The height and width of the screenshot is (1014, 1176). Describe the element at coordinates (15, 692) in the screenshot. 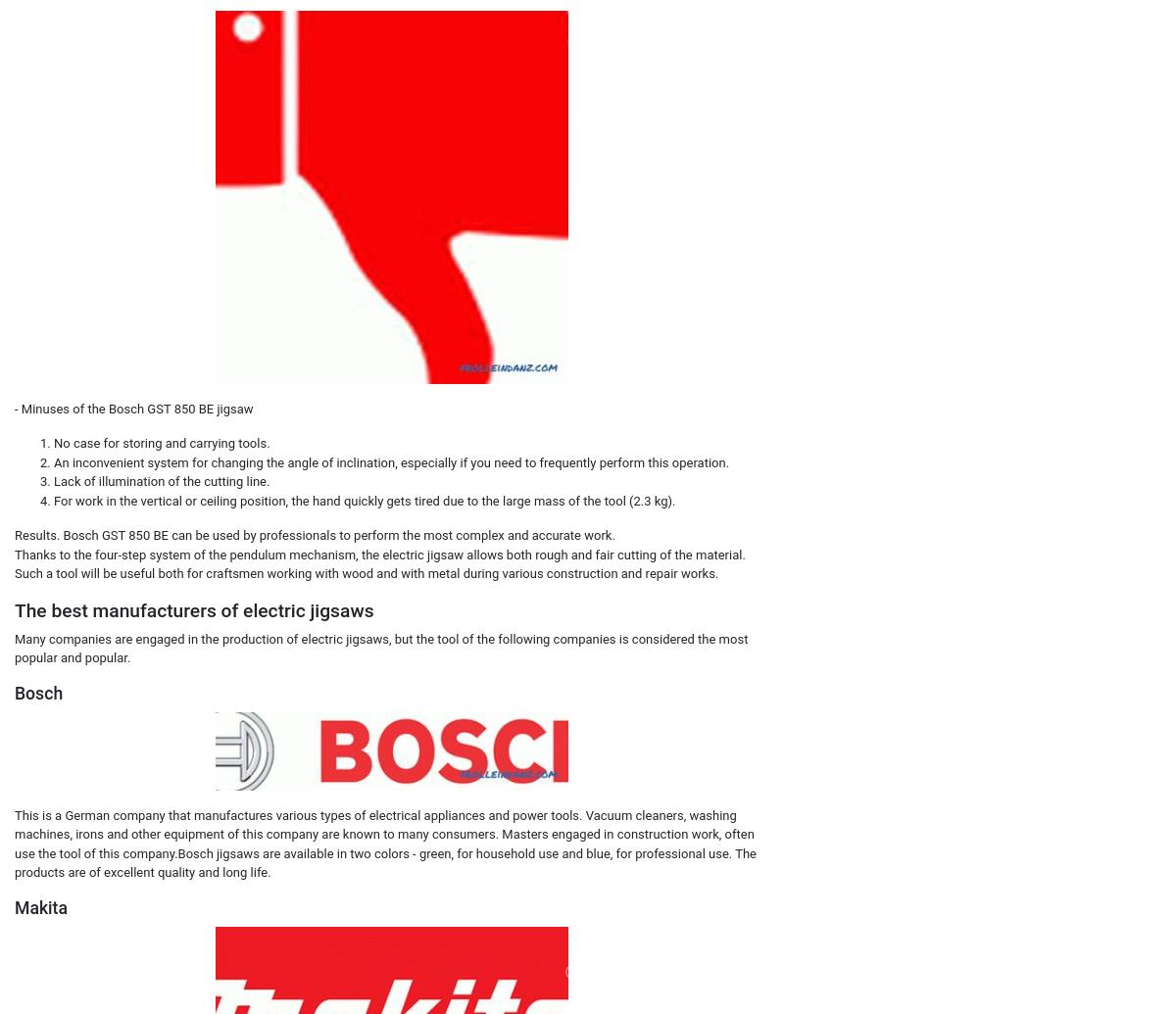

I see `'Bosch'` at that location.